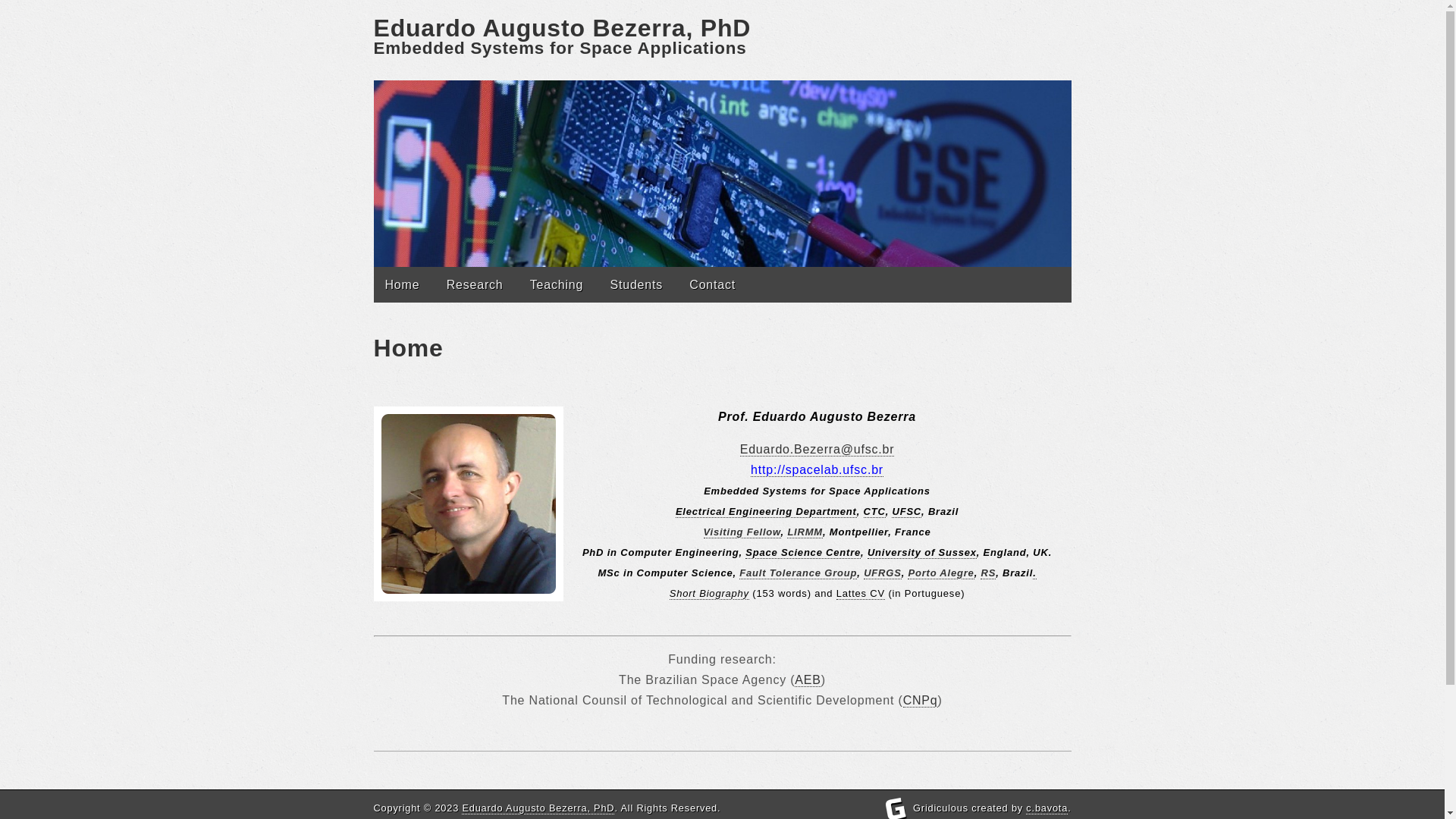  What do you see at coordinates (401, 284) in the screenshot?
I see `'Home'` at bounding box center [401, 284].